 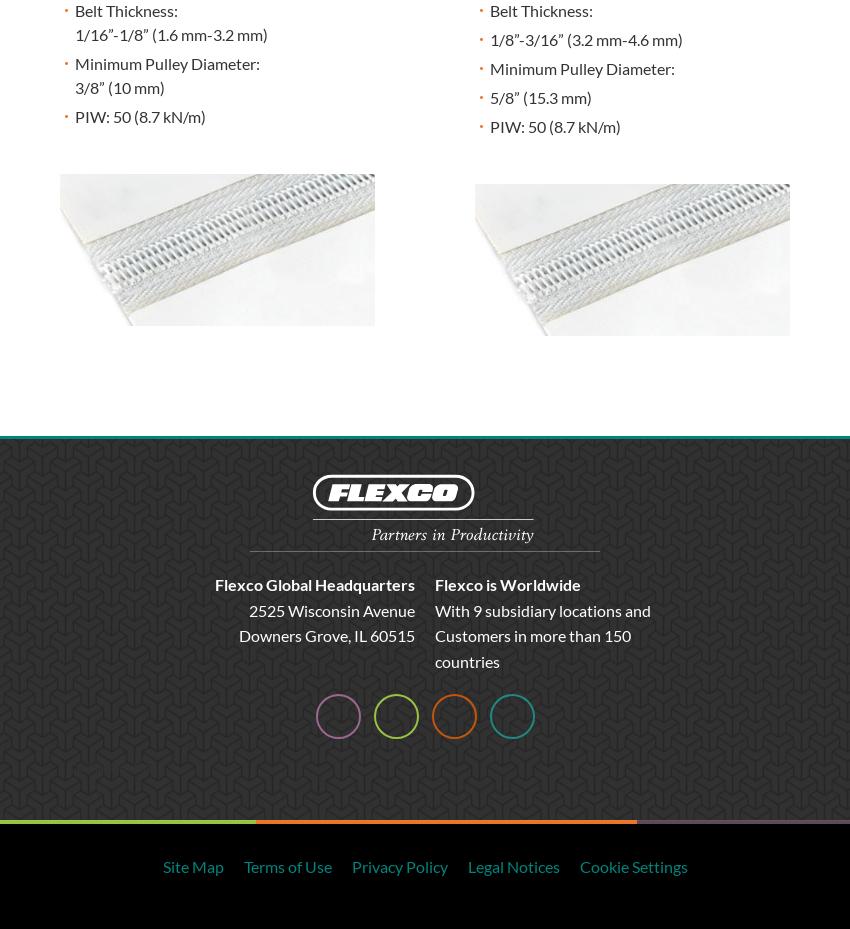 What do you see at coordinates (162, 866) in the screenshot?
I see `'Site Map'` at bounding box center [162, 866].